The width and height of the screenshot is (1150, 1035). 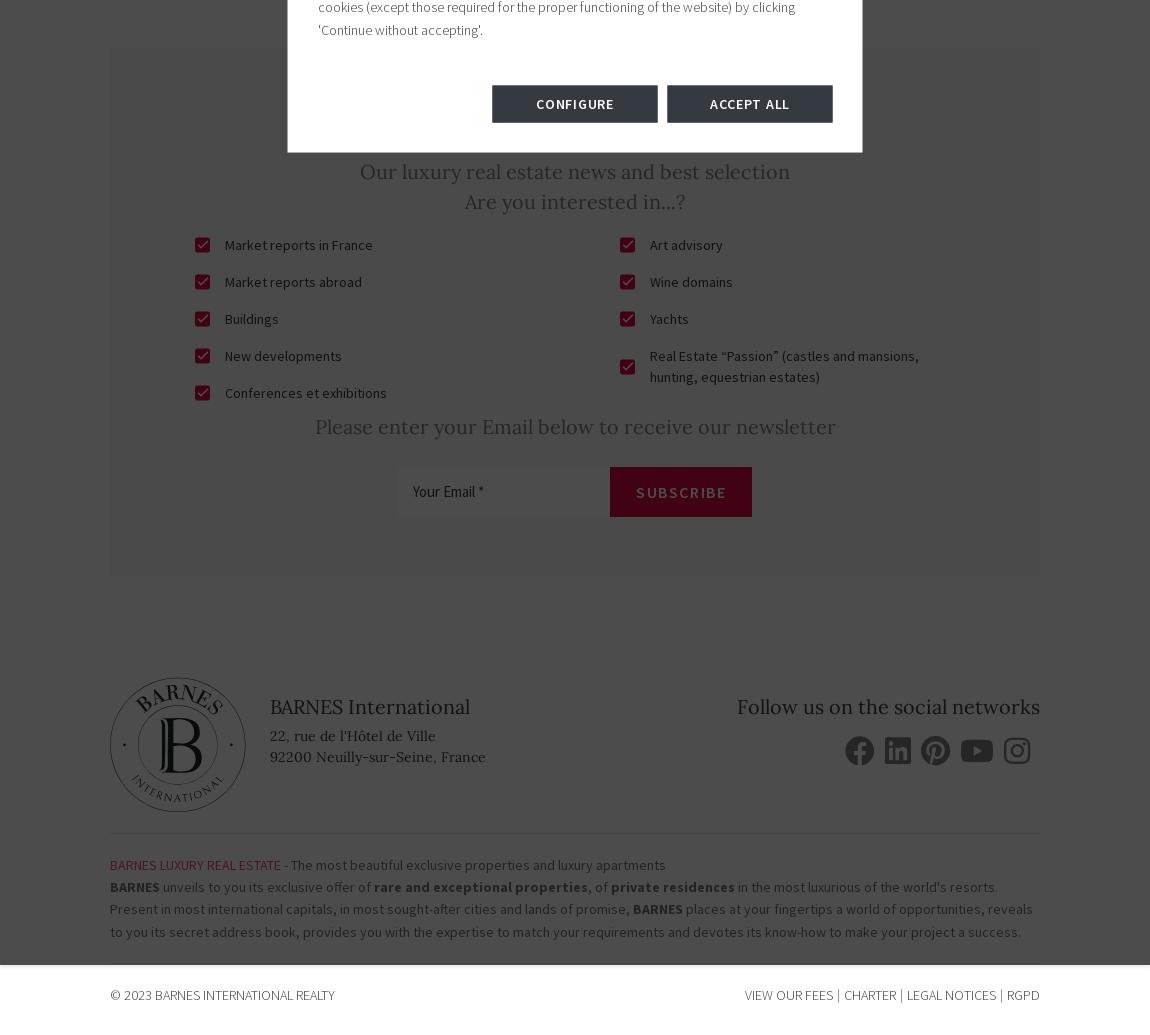 I want to click on 'New developments', so click(x=282, y=355).